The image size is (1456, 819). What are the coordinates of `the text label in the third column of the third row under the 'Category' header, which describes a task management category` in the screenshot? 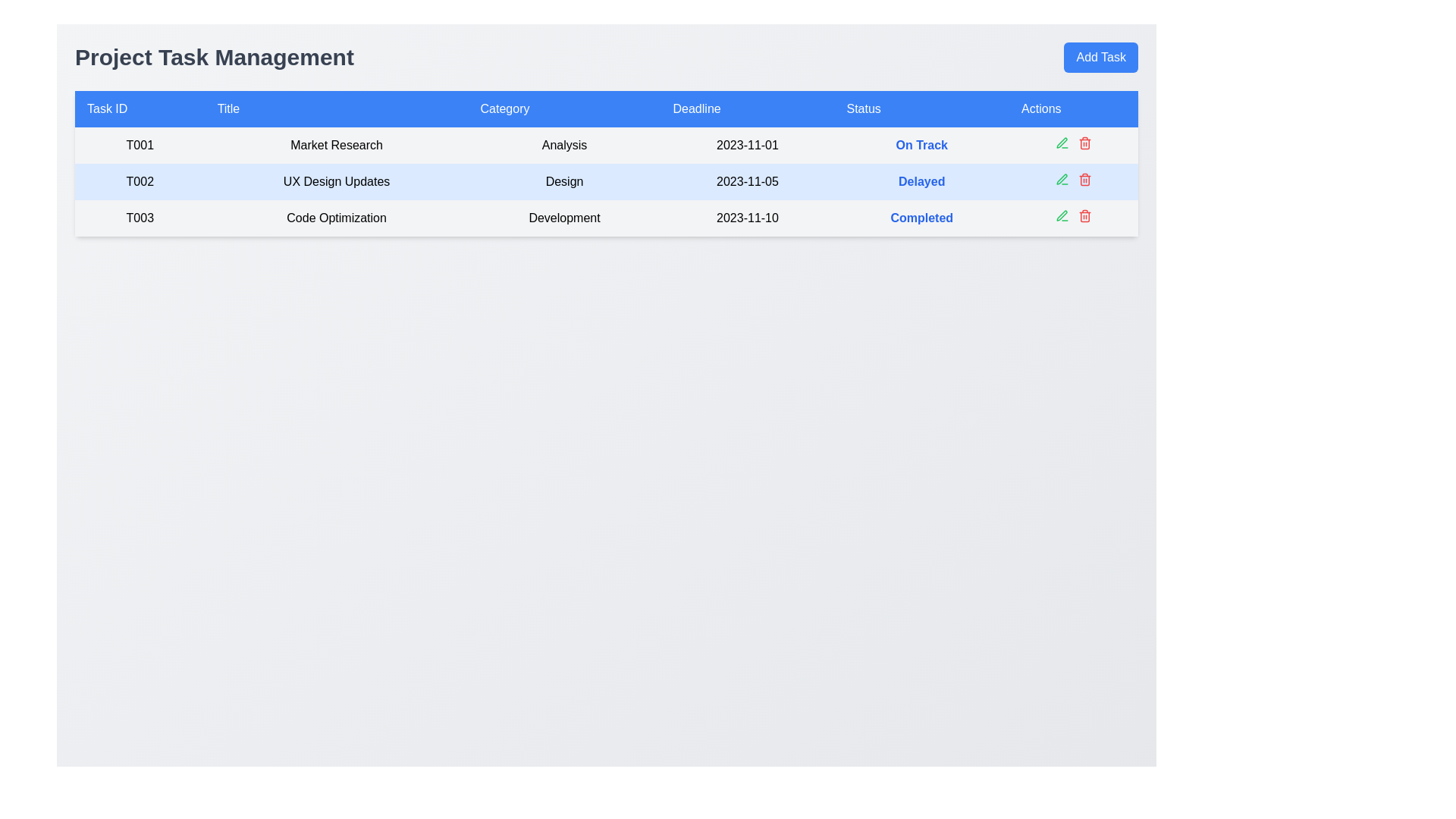 It's located at (563, 218).